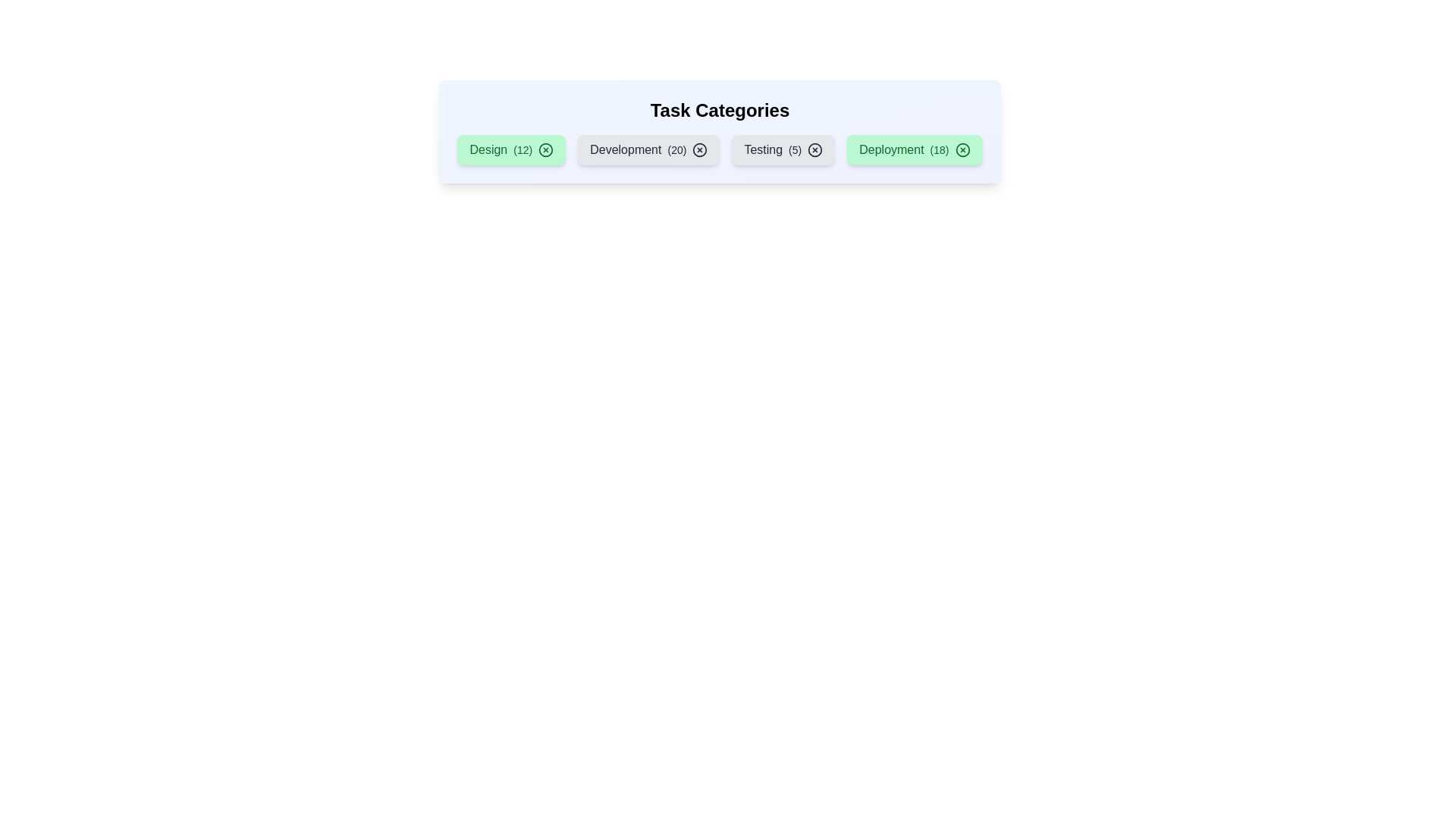  I want to click on 'X' icon on the chip labeled 'Deployment' to remove it, so click(962, 149).